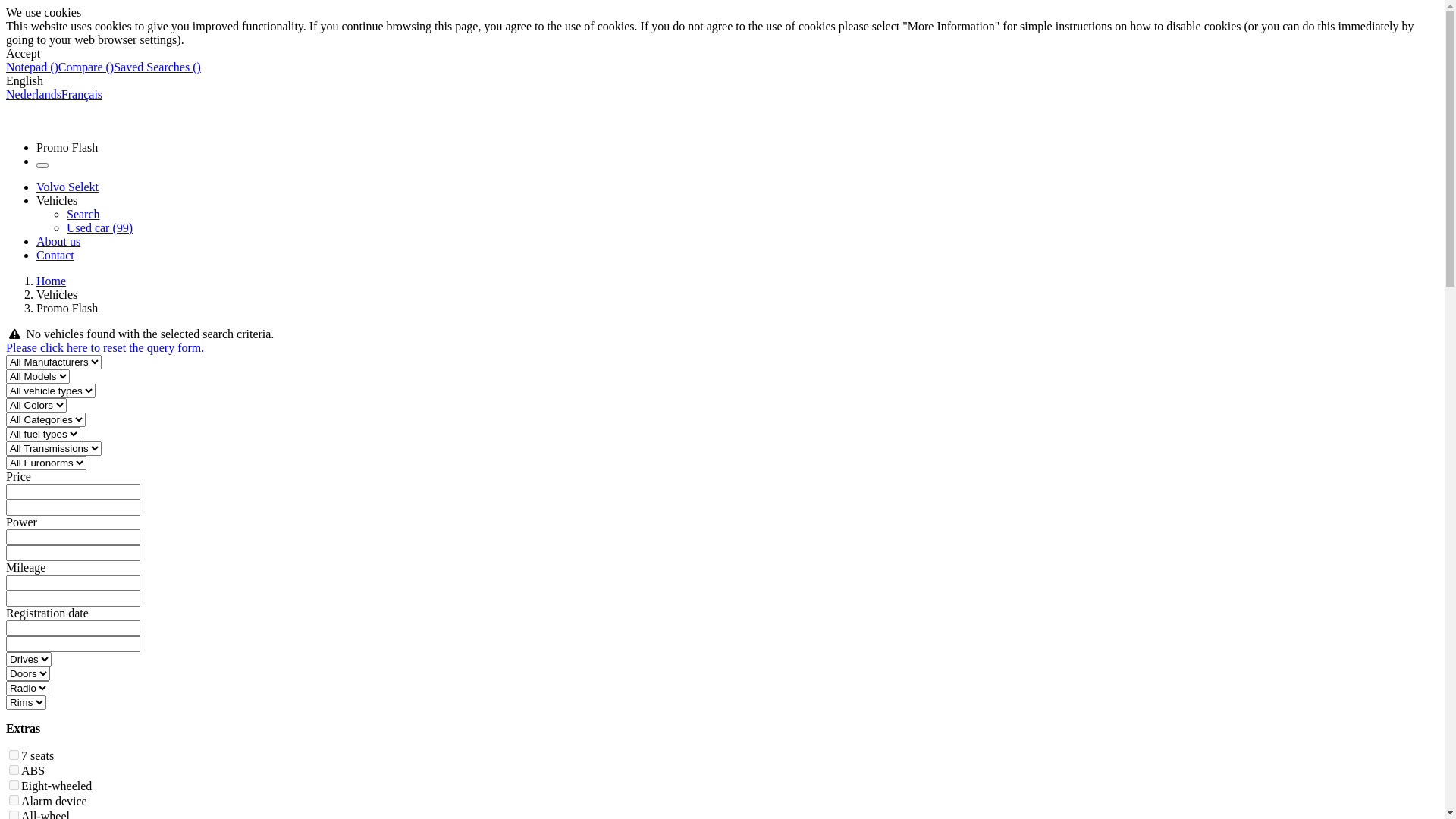 The image size is (1456, 819). I want to click on 'Promo Flash', so click(66, 307).